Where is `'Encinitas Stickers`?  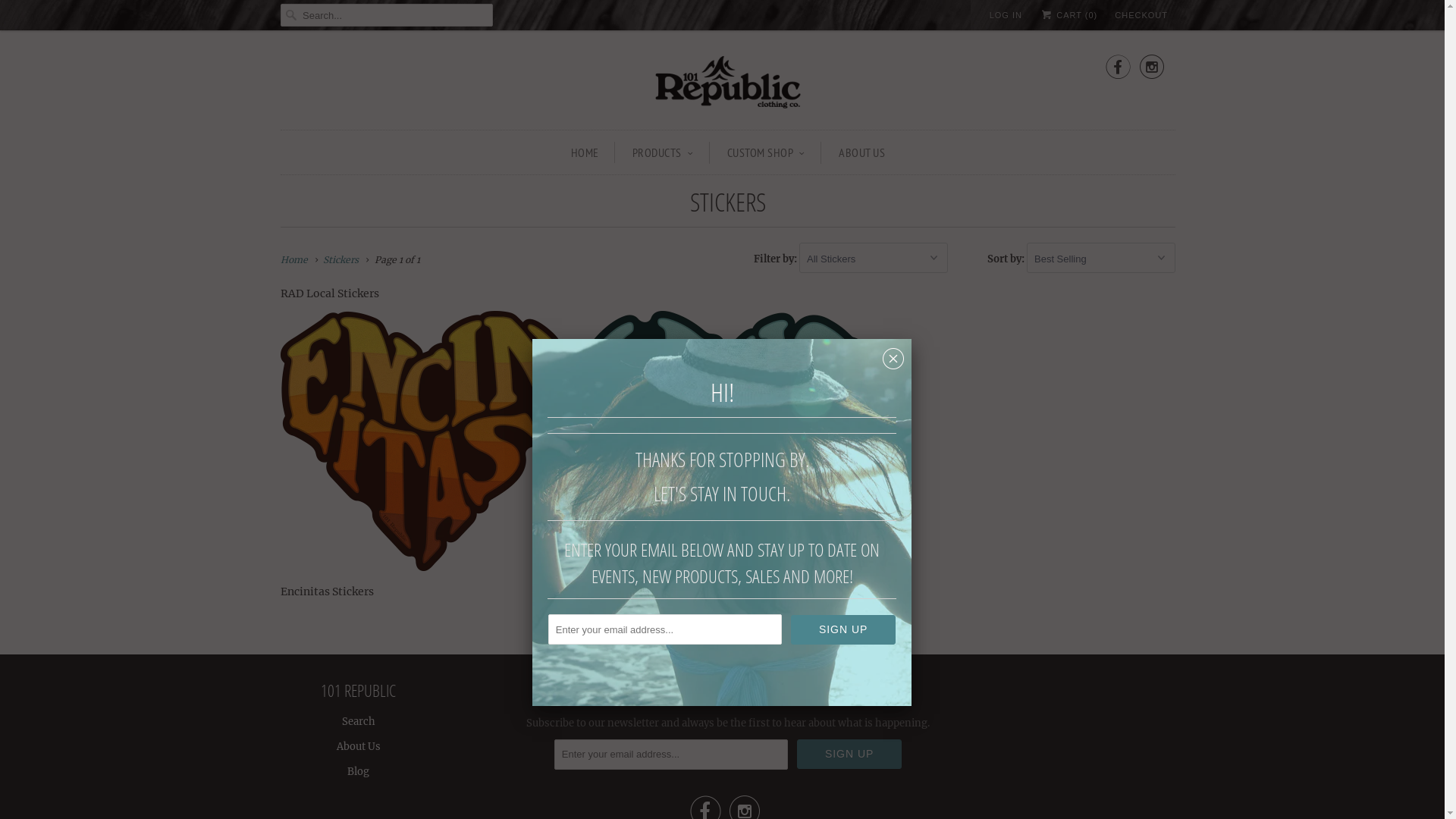
'Encinitas Stickers is located at coordinates (425, 458).